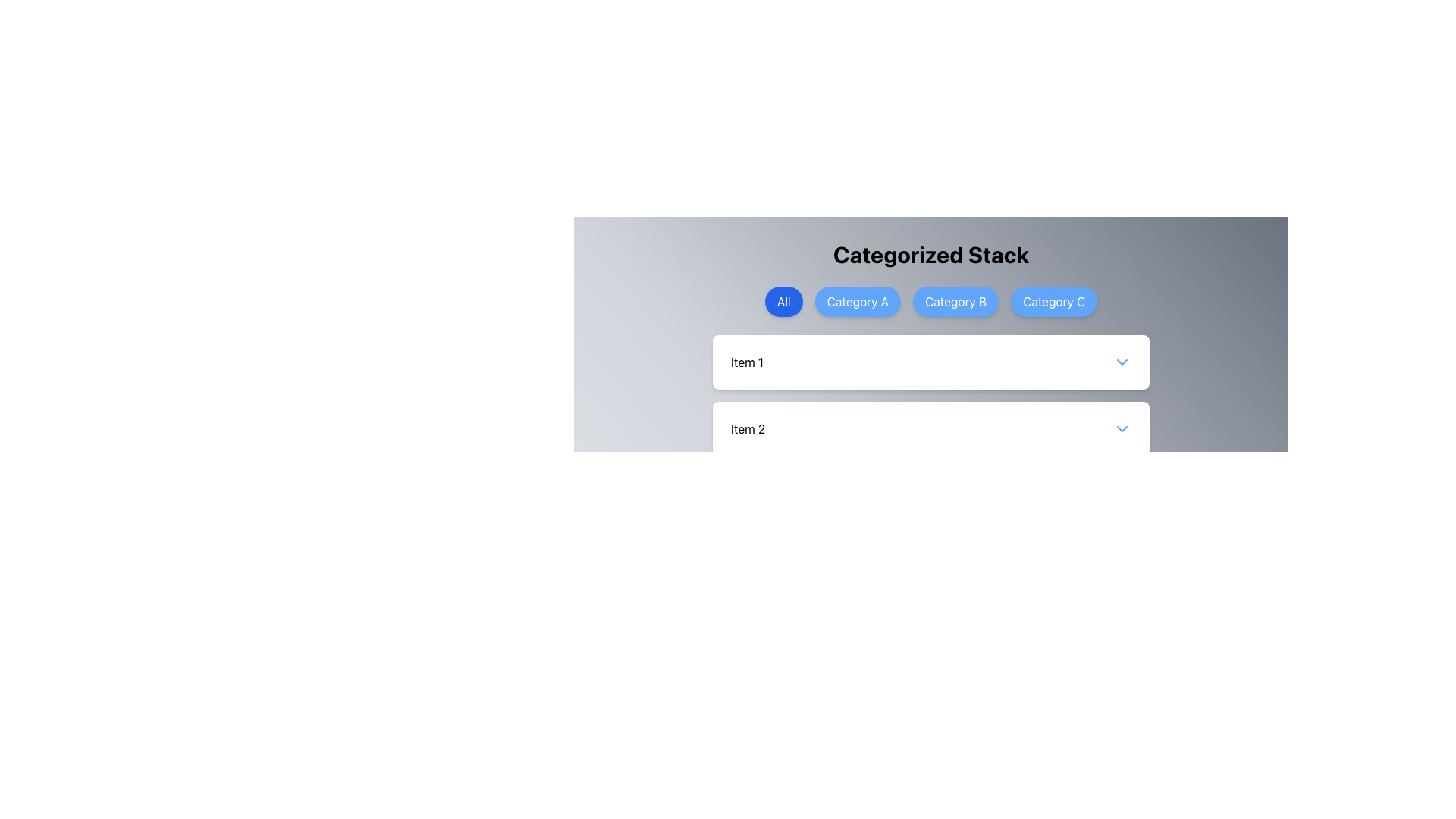  I want to click on the section header text that serves as a context or description for the subsequent categories and items, so click(930, 253).